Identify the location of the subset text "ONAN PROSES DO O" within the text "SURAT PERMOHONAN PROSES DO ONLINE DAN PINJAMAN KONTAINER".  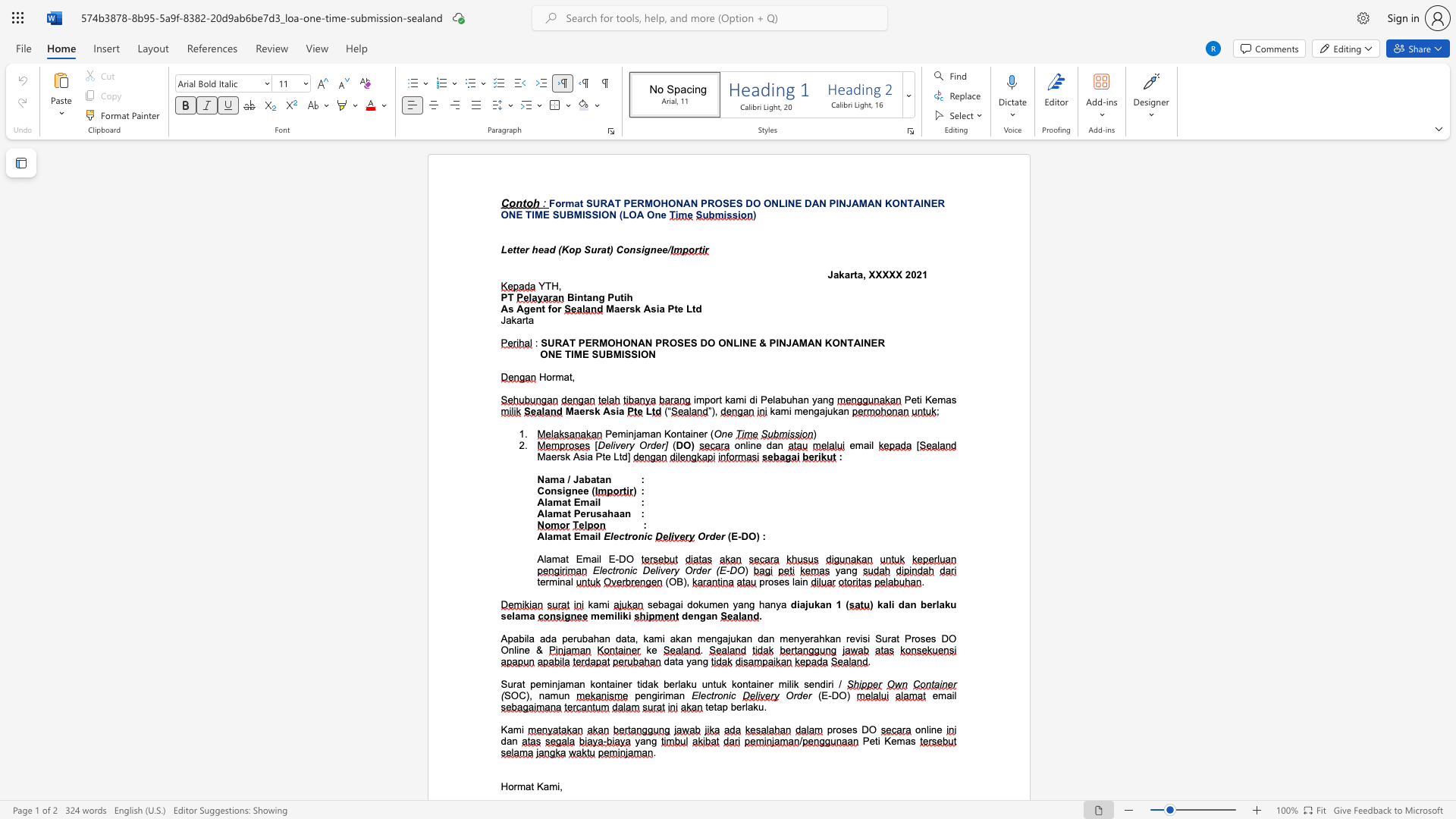
(667, 202).